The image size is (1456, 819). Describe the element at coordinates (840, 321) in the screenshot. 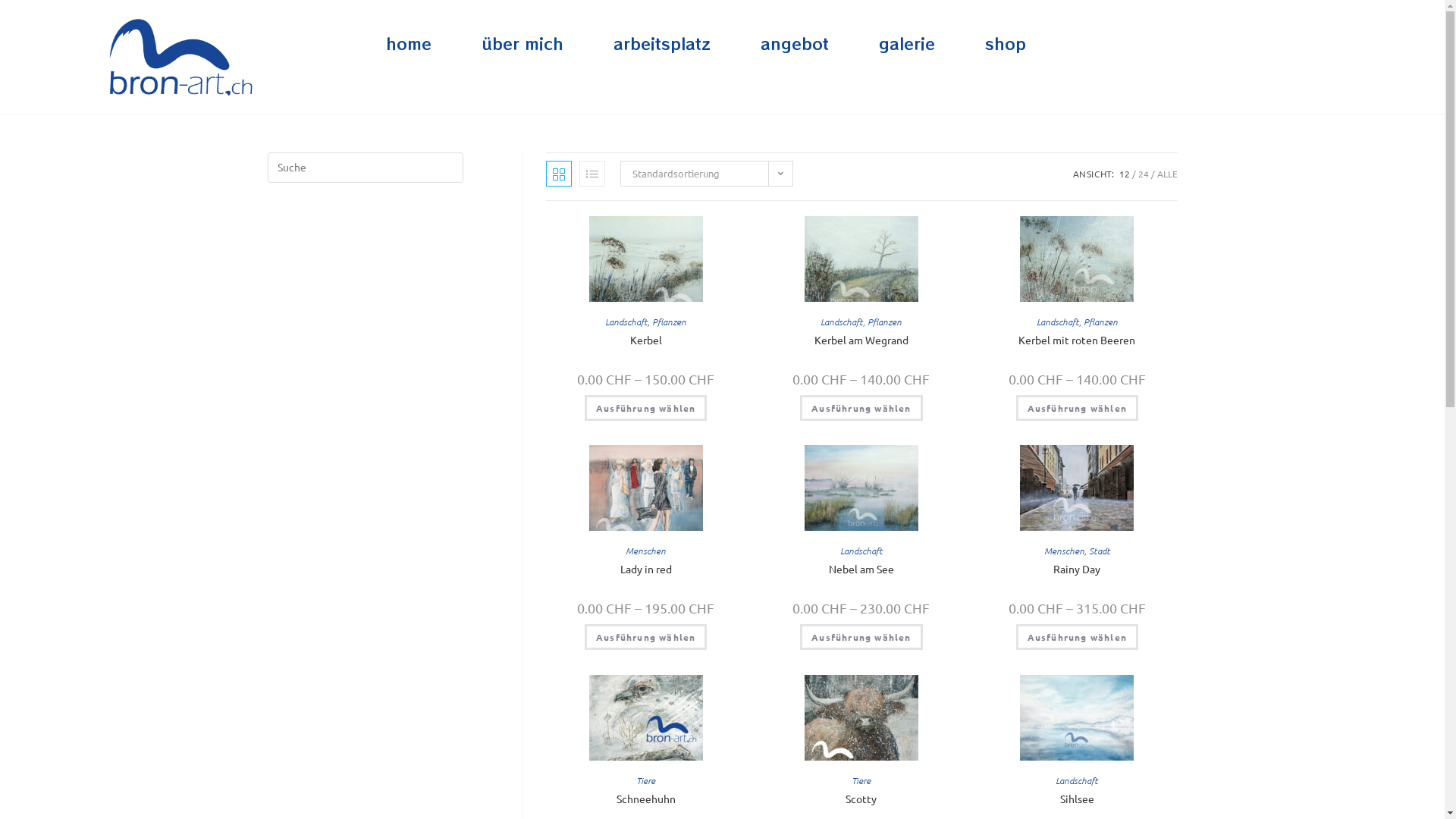

I see `'Landschaft'` at that location.